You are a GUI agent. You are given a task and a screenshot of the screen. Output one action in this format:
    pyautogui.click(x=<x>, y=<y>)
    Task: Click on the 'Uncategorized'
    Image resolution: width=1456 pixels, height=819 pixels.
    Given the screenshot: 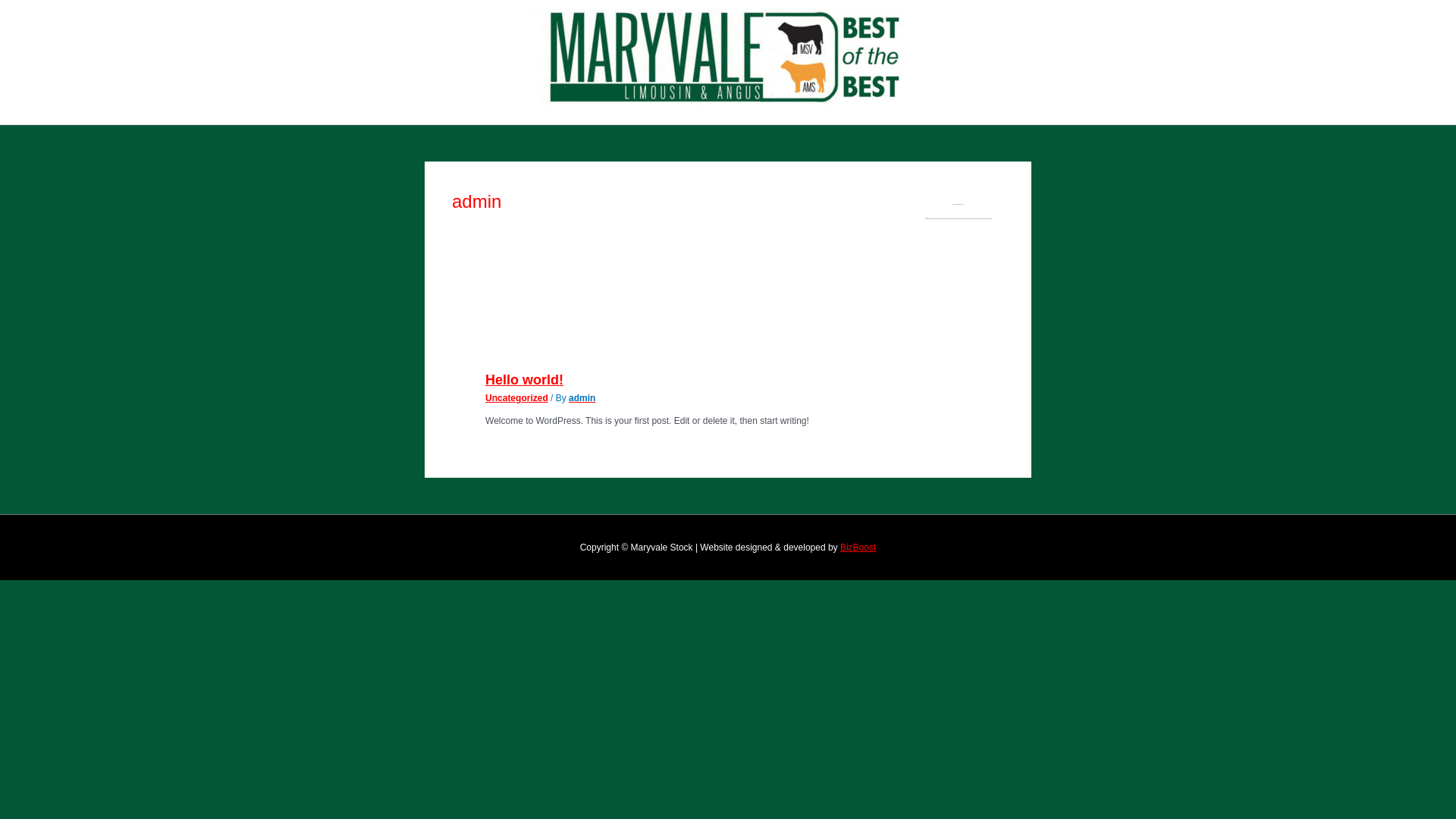 What is the action you would take?
    pyautogui.click(x=516, y=397)
    